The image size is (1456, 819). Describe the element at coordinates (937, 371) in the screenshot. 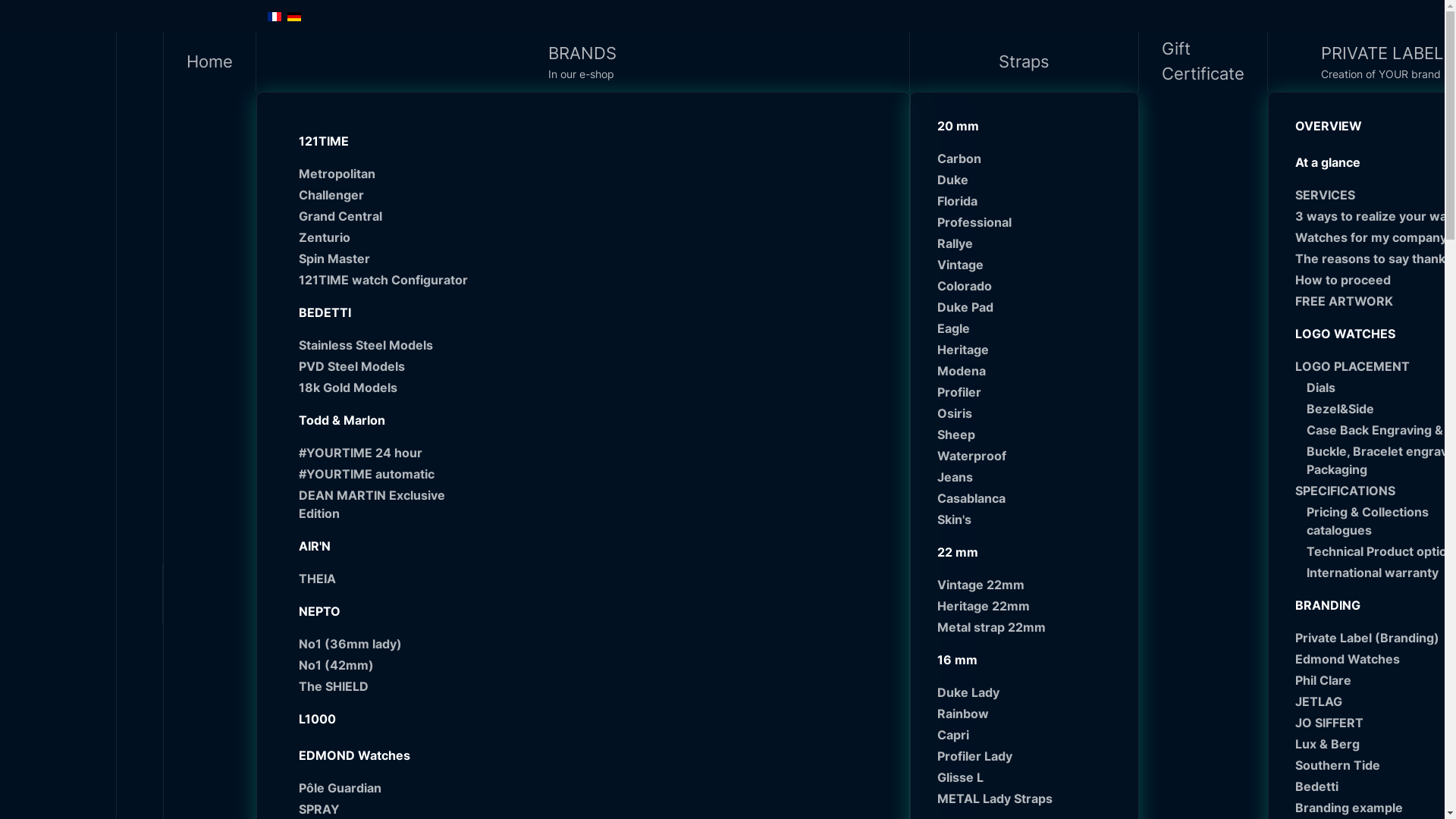

I see `'Modena'` at that location.